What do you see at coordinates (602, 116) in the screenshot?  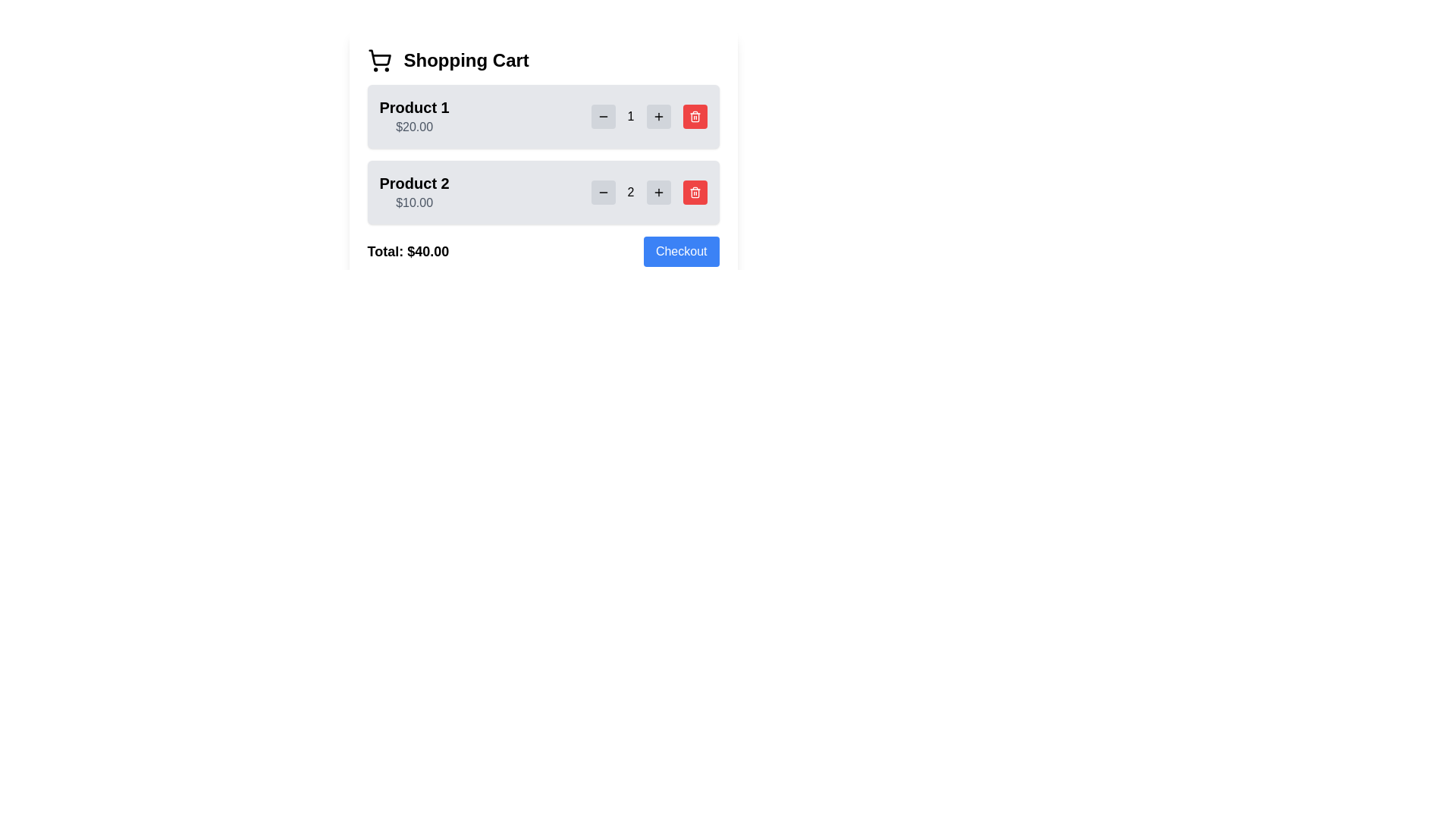 I see `the button to decrease the quantity of 'Product 1', which is the first interactive element on the left in its row` at bounding box center [602, 116].